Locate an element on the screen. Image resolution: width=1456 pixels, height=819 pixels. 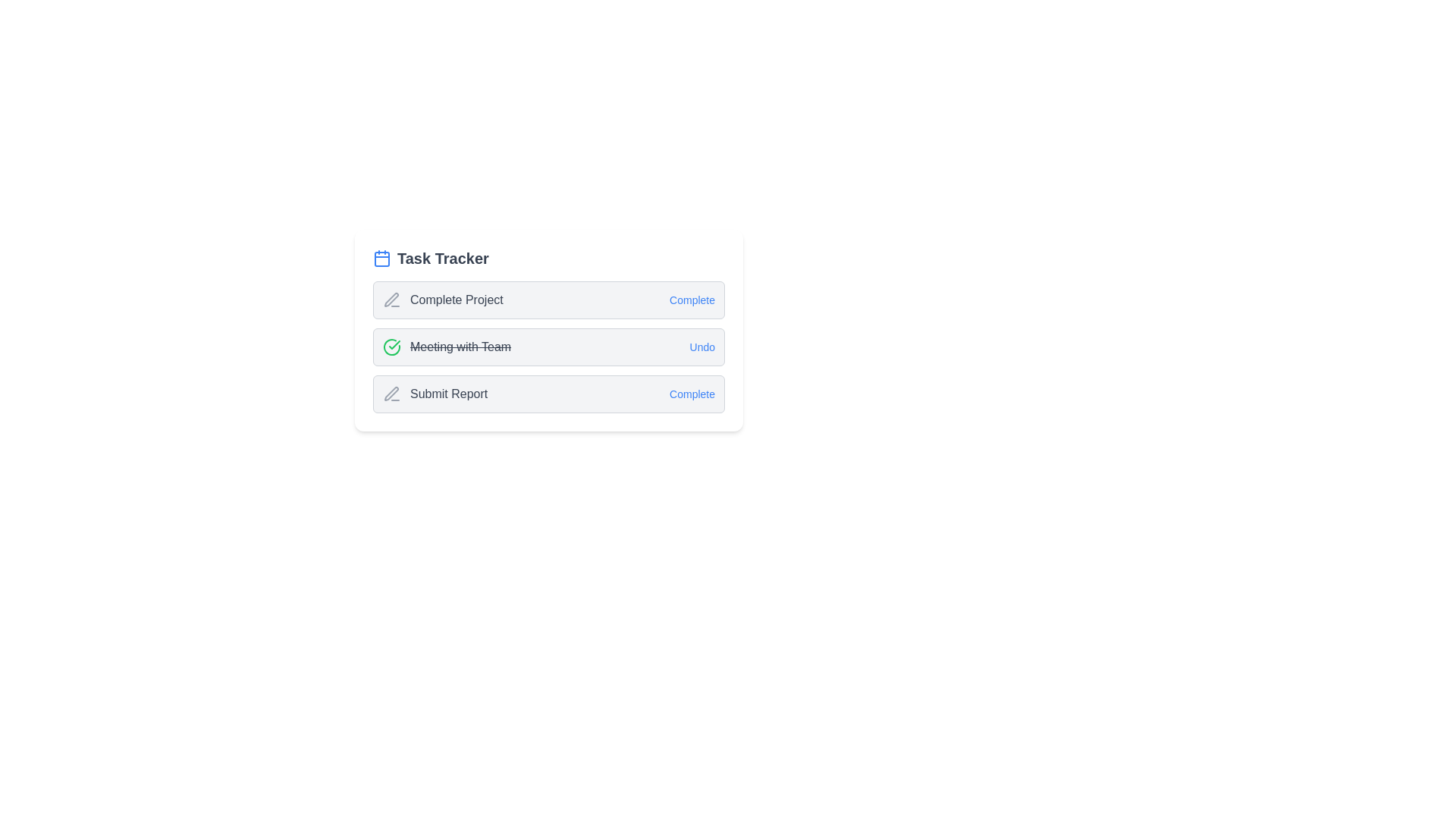
the text label in the first item of the 'Task Tracker' list, which specifies the name of the task and is positioned to the left of the 'Complete' button is located at coordinates (442, 300).